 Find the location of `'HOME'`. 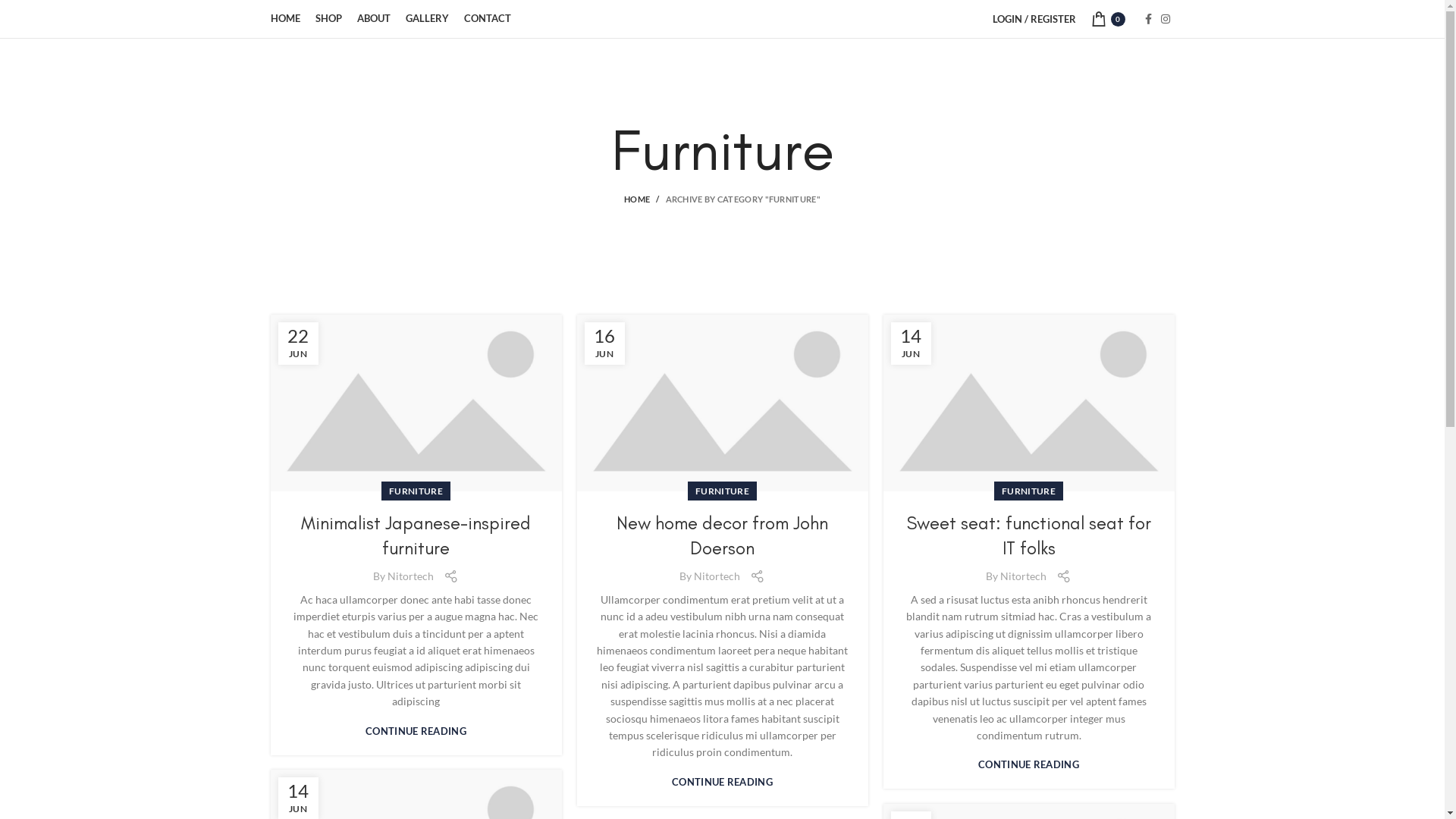

'HOME' is located at coordinates (623, 198).